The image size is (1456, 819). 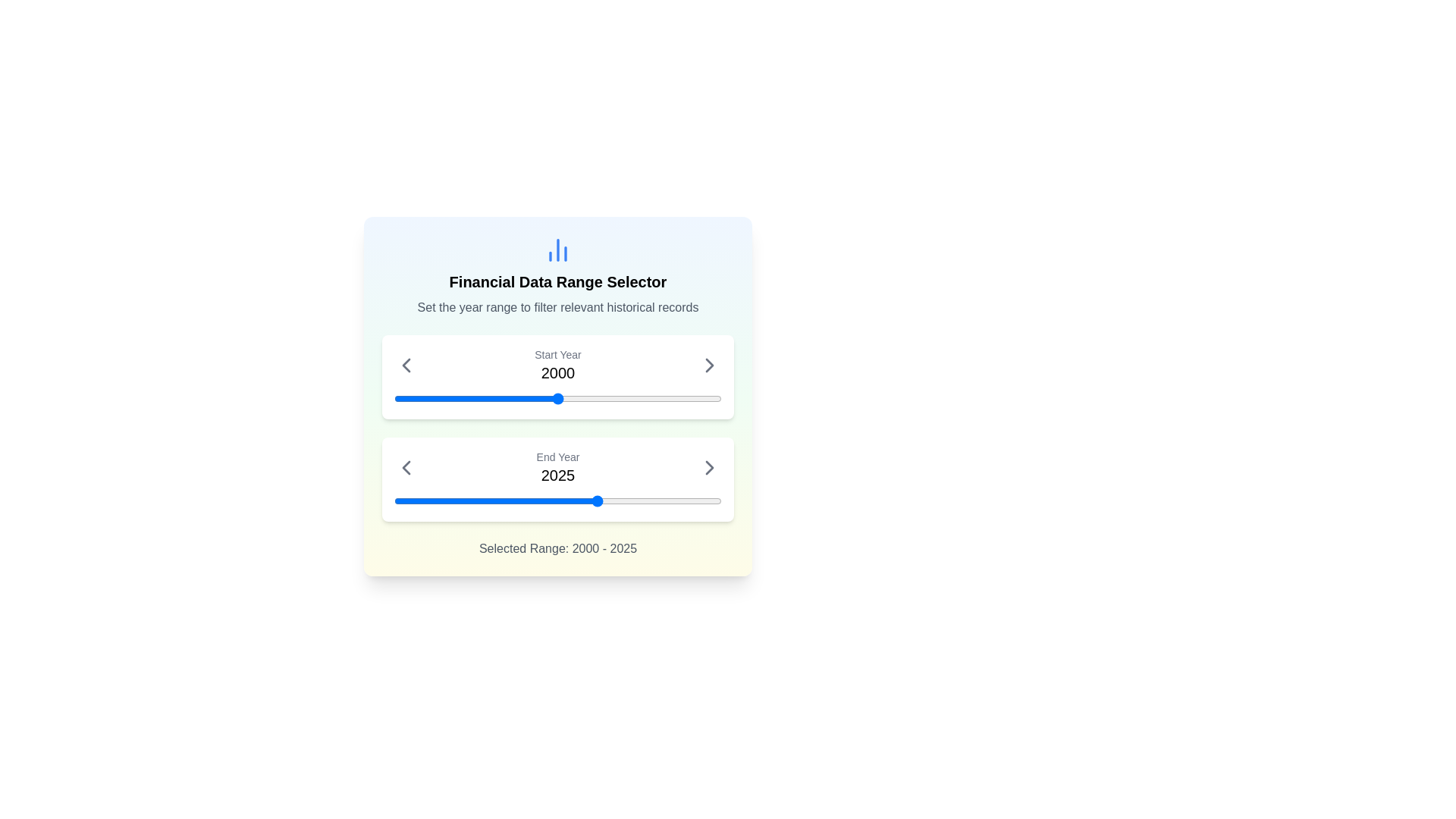 What do you see at coordinates (403, 397) in the screenshot?
I see `the start year of the range` at bounding box center [403, 397].